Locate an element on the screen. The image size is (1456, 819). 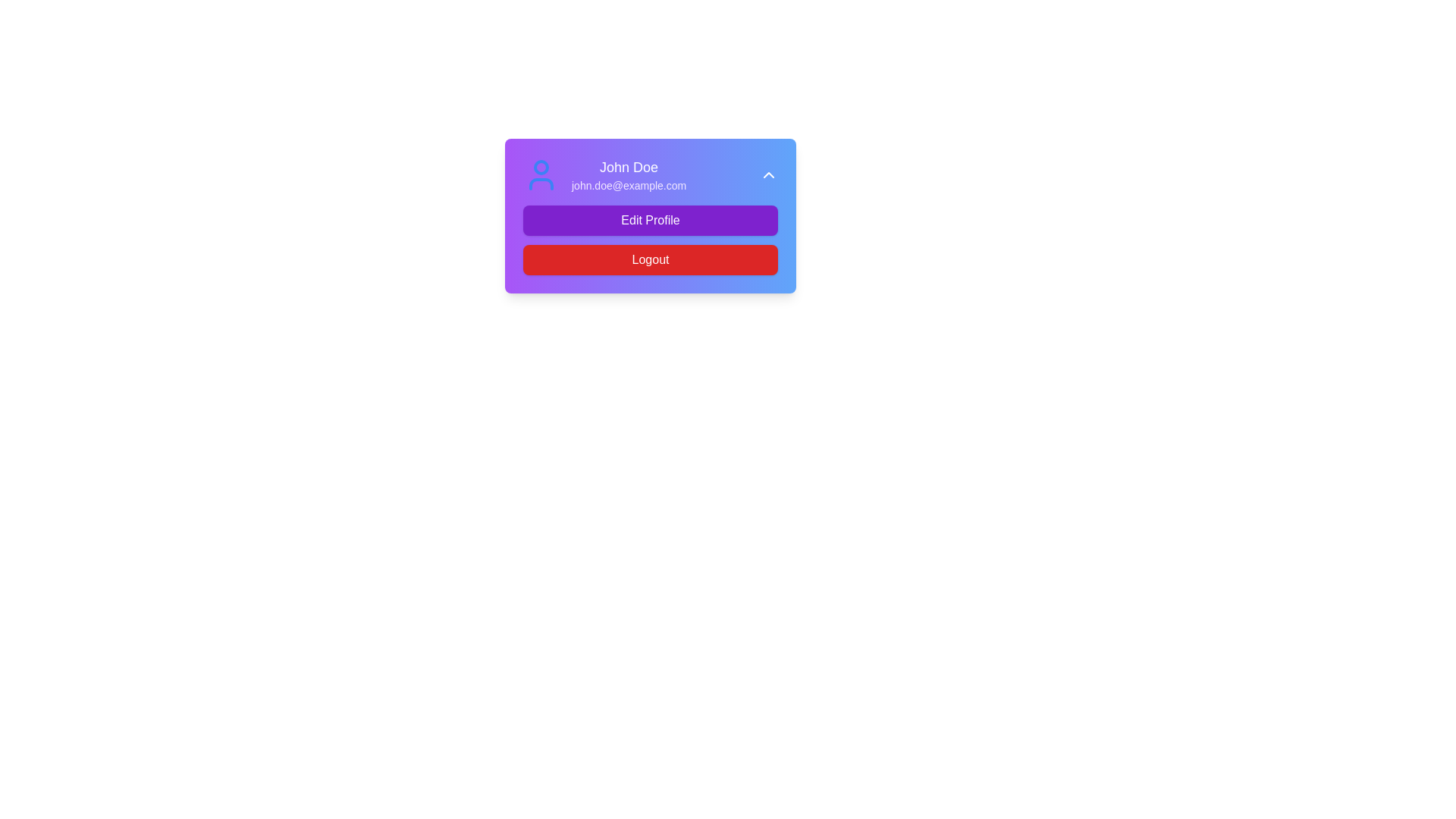
the 'Edit Profile' button is located at coordinates (651, 220).